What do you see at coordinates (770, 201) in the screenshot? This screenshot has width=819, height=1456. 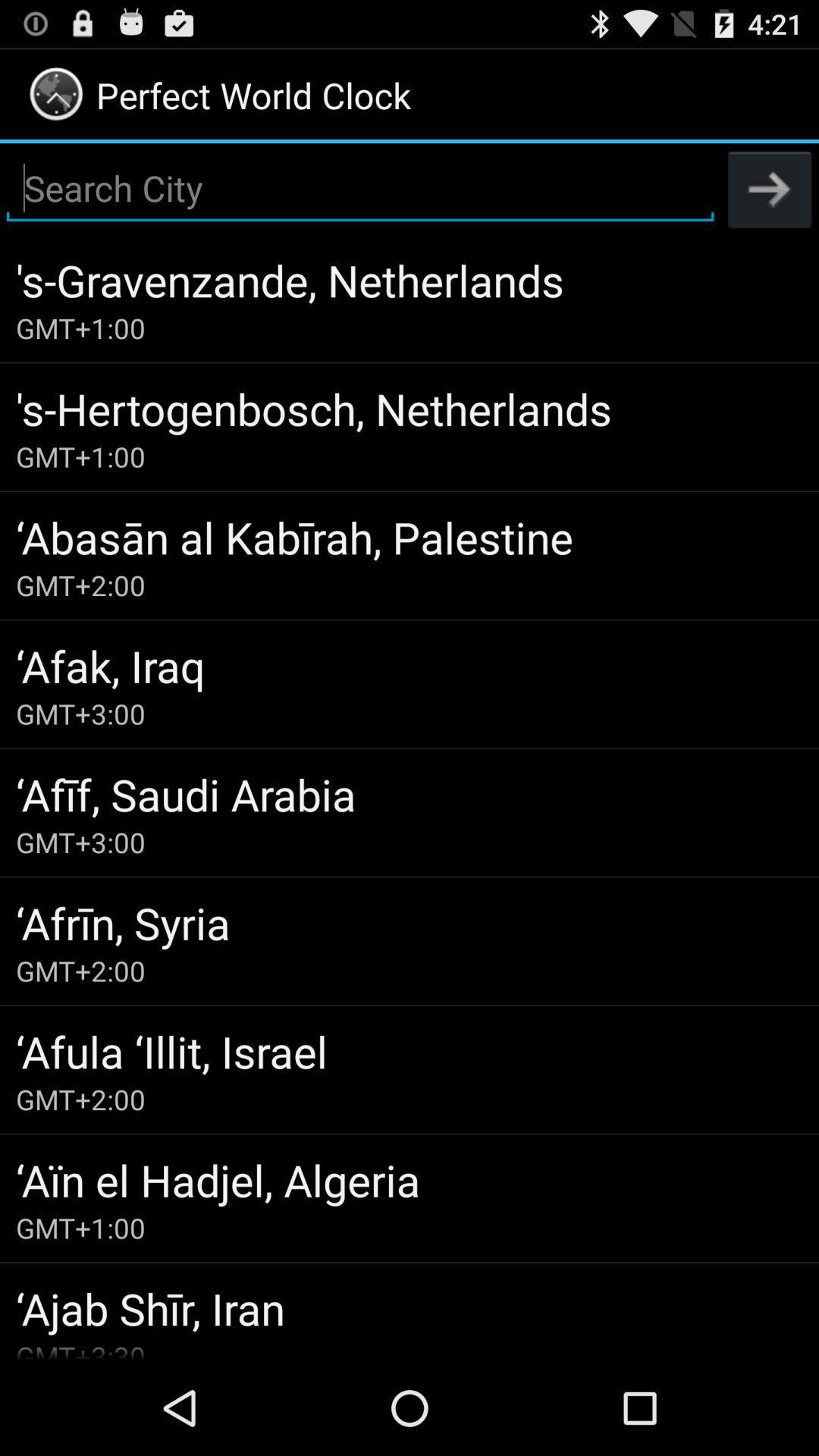 I see `the arrow_forward icon` at bounding box center [770, 201].